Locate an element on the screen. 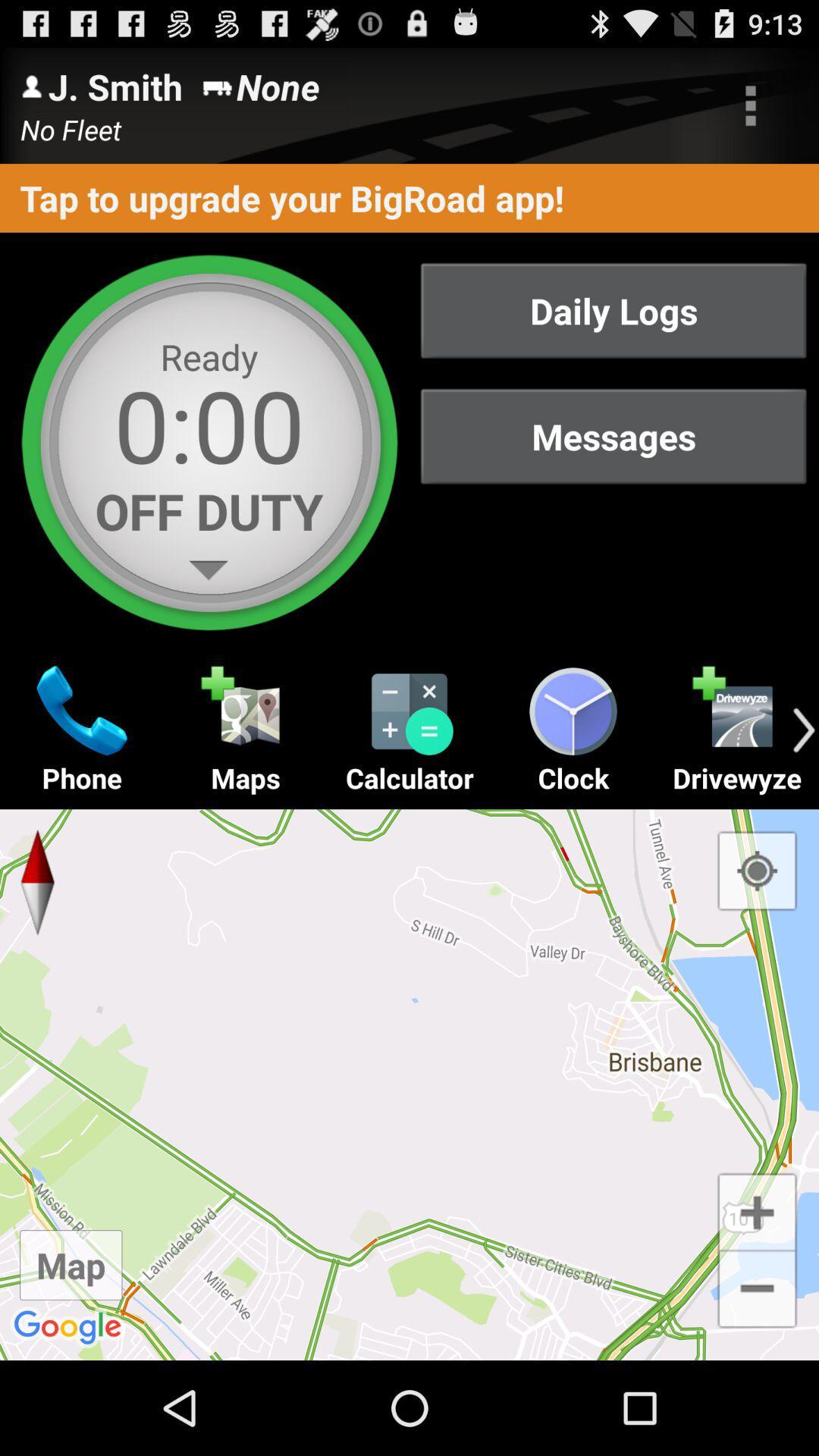 The image size is (819, 1456). zoom out map is located at coordinates (757, 1289).